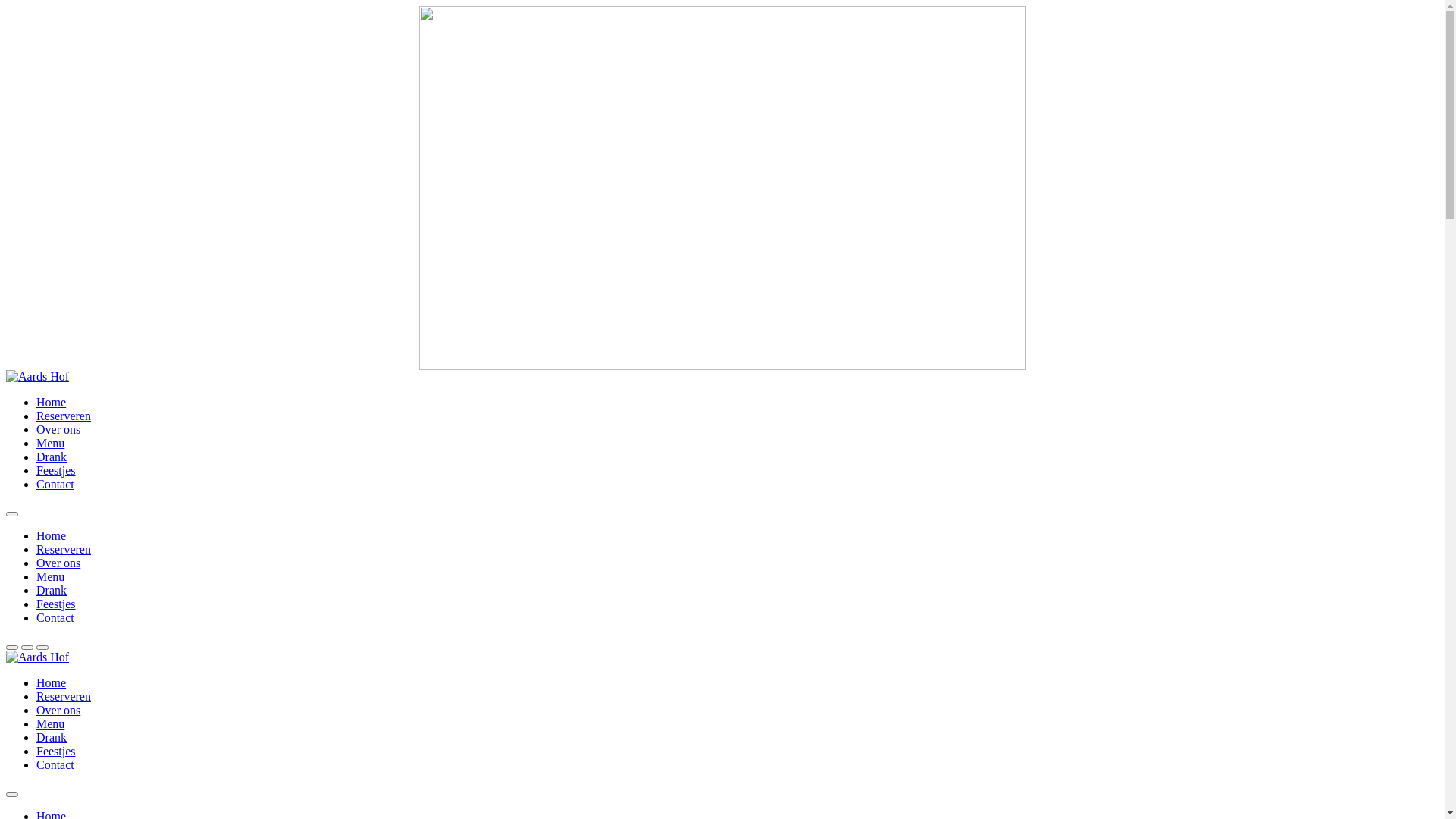  I want to click on 'Over ons', so click(58, 710).